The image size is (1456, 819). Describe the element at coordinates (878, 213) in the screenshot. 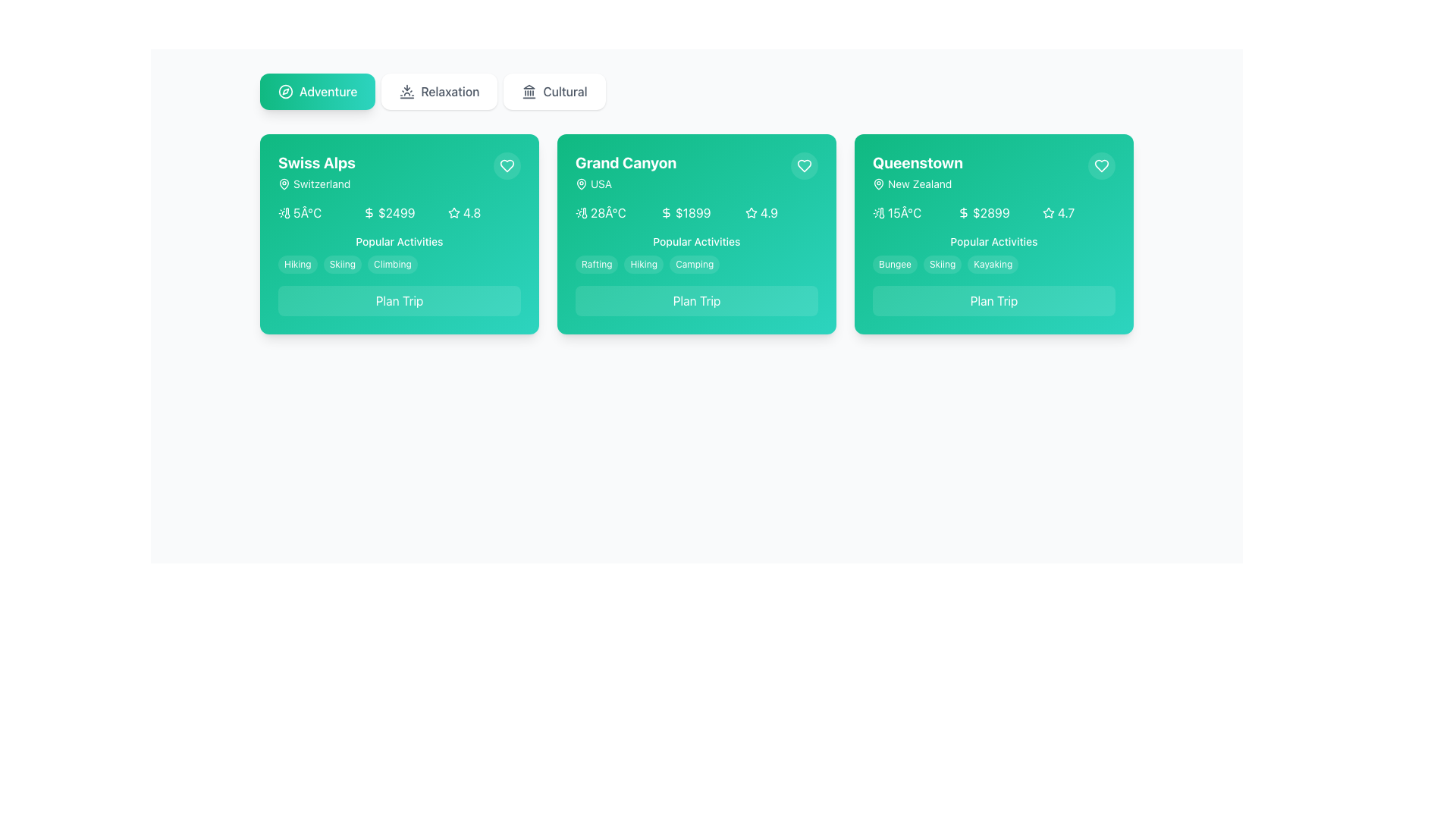

I see `the weather icon depicting a thermometer with sun rays, located on the green background to the left of the text '15°C' for Queenstown` at that location.